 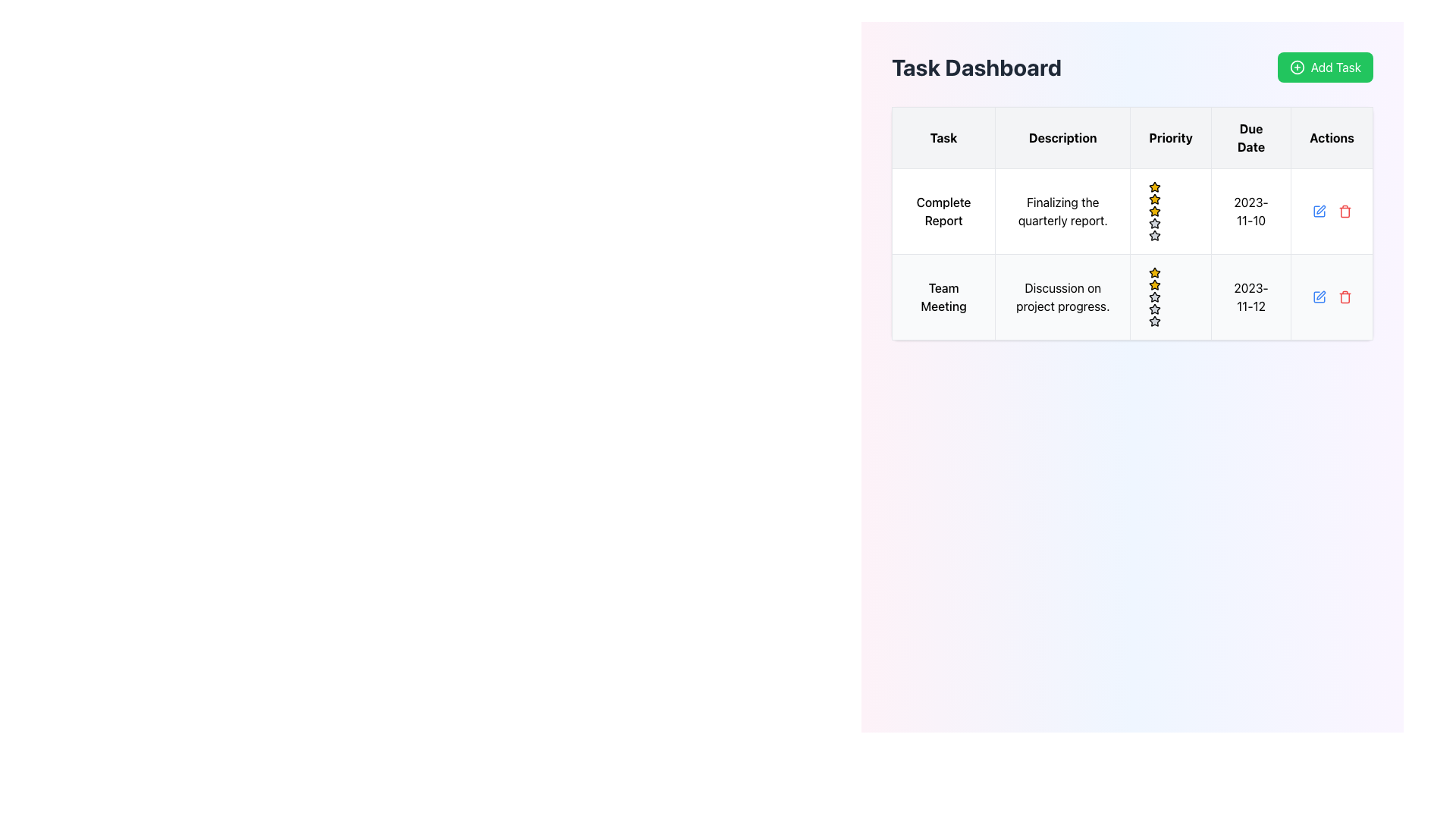 What do you see at coordinates (1154, 284) in the screenshot?
I see `the star-shaped icon in the 'Priority' column of the second row in the table, representing the first star in the five-star rating system for the 'Team Meeting' task` at bounding box center [1154, 284].